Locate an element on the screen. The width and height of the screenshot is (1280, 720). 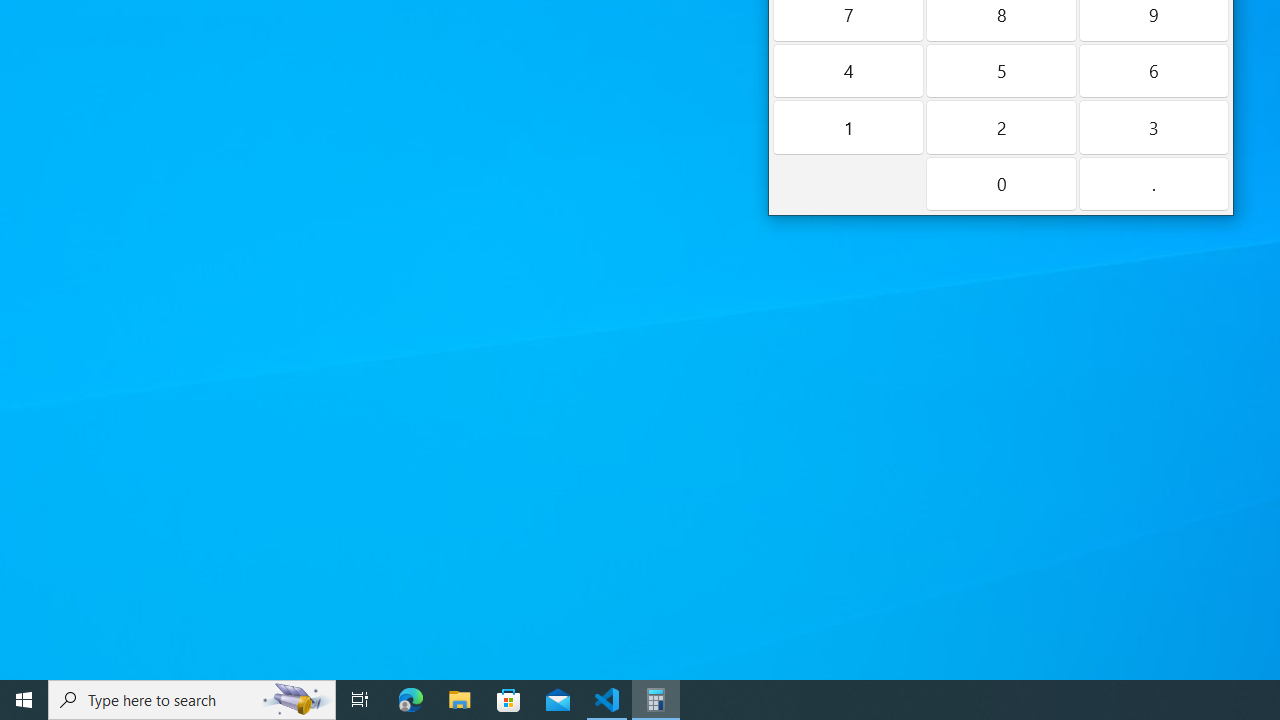
'Three' is located at coordinates (1153, 127).